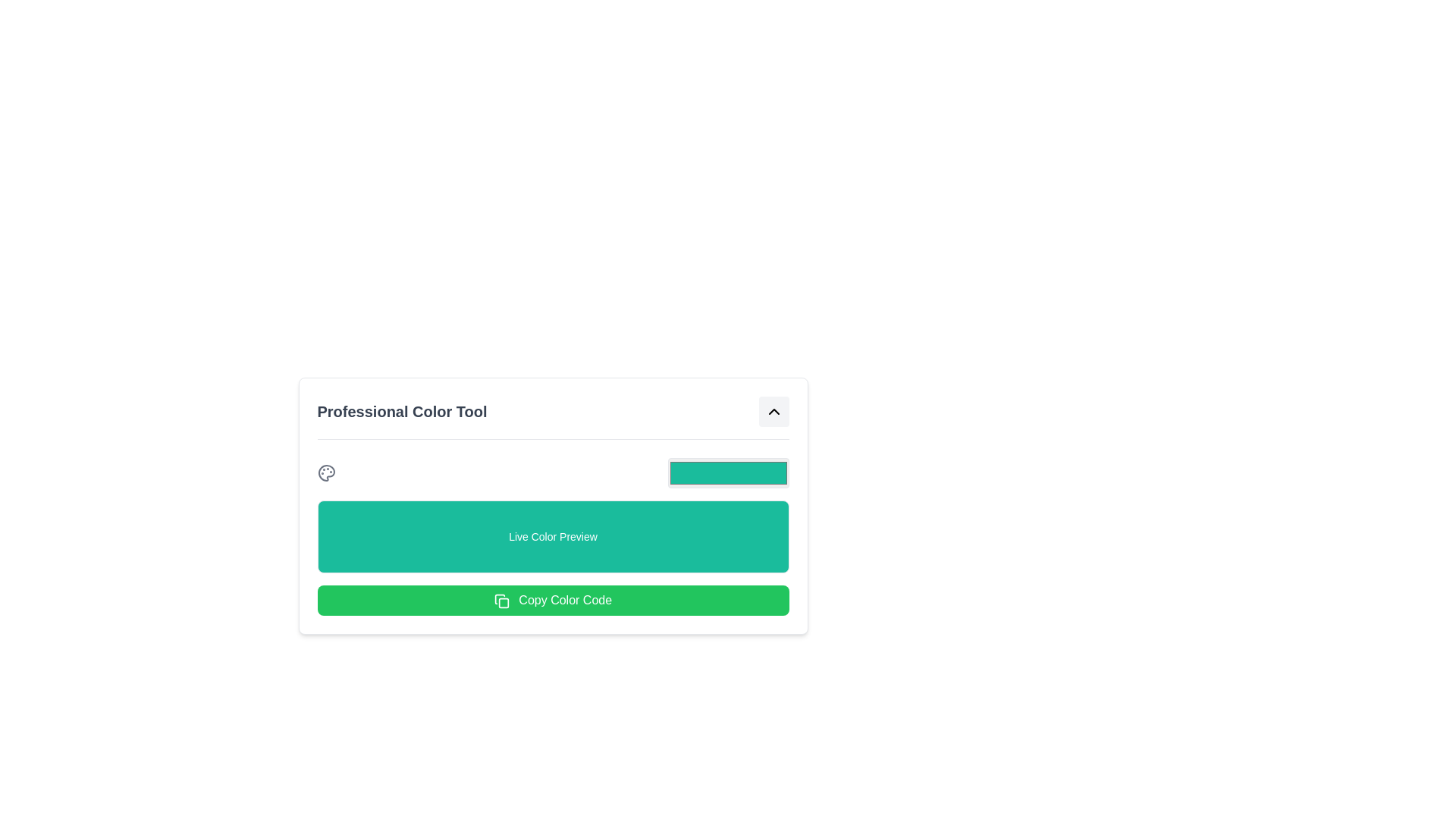 This screenshot has height=819, width=1456. I want to click on keyboard navigation, so click(773, 412).